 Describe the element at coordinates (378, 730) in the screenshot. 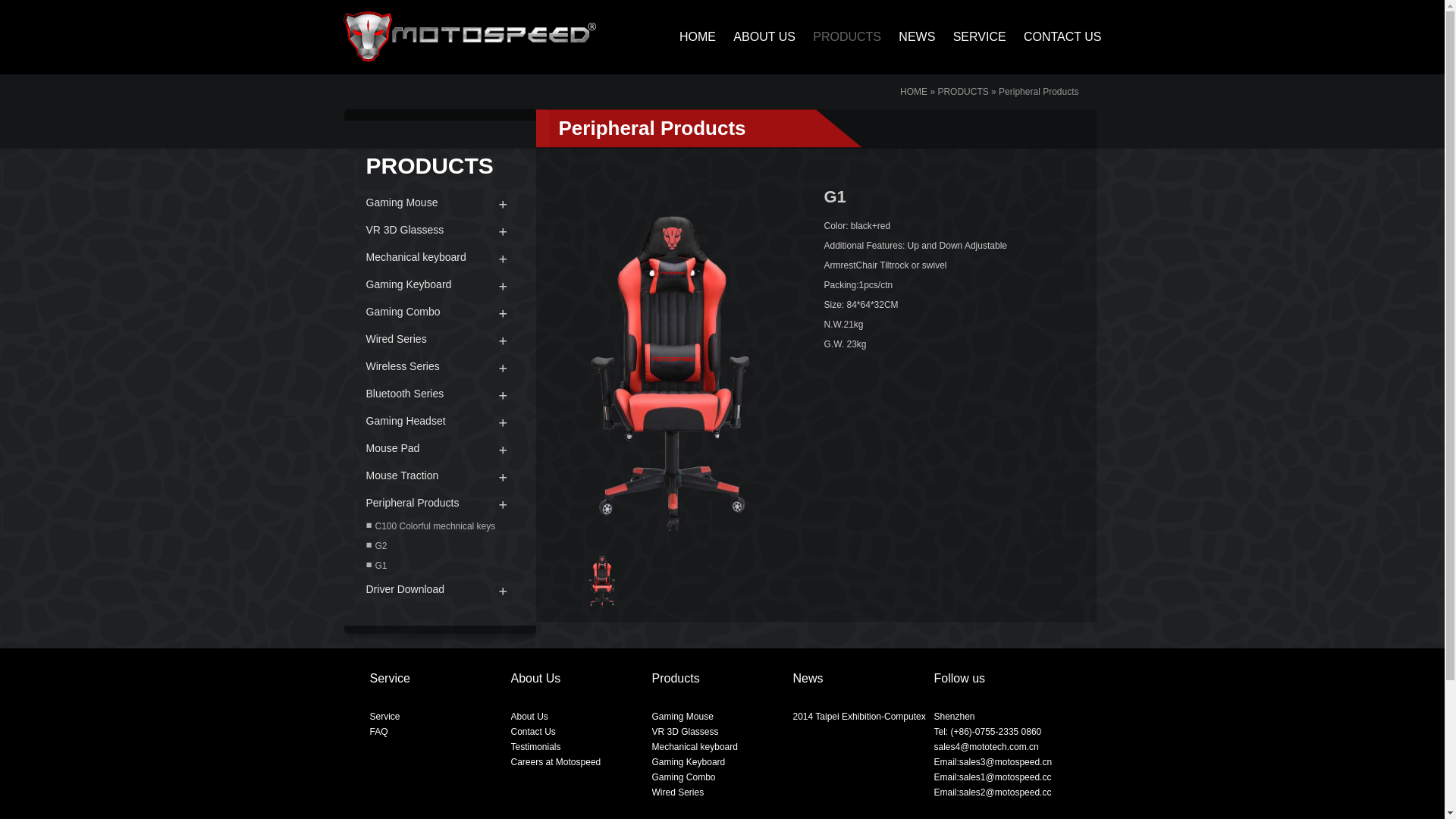

I see `'FAQ'` at that location.